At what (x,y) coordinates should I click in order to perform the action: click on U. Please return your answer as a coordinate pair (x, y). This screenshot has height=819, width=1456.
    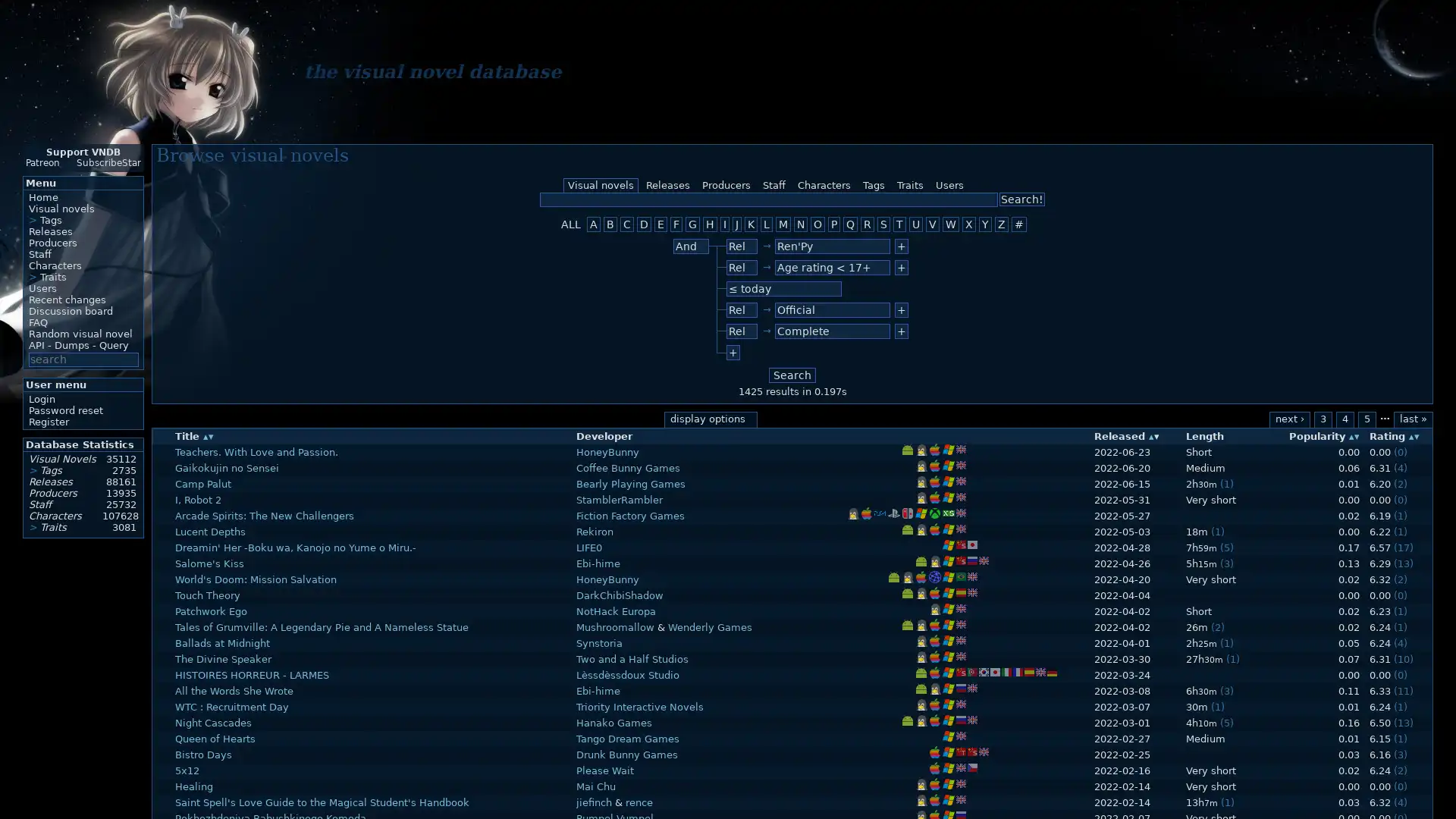
    Looking at the image, I should click on (915, 224).